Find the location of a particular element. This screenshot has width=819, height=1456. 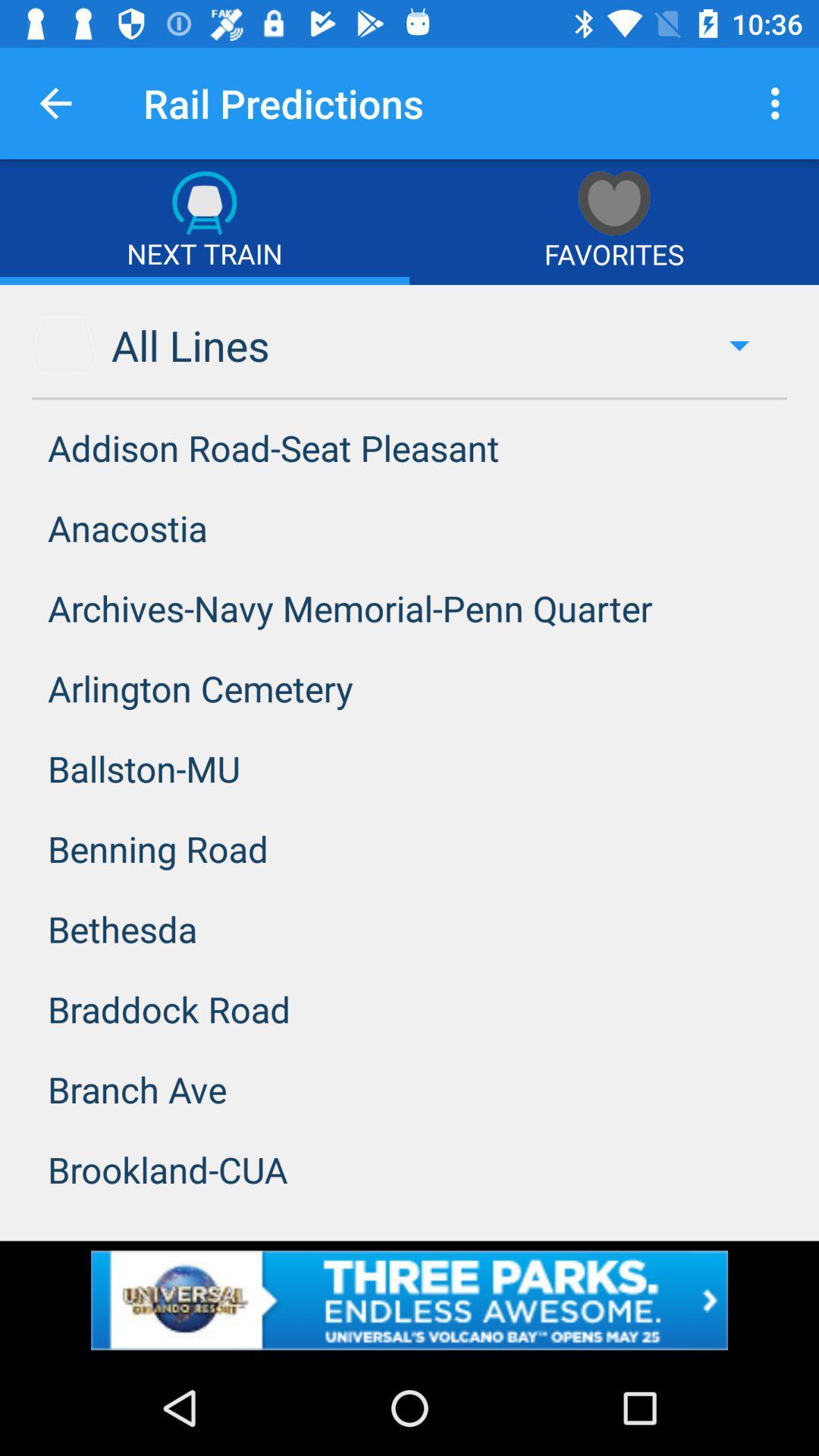

advertisement page is located at coordinates (409, 1299).